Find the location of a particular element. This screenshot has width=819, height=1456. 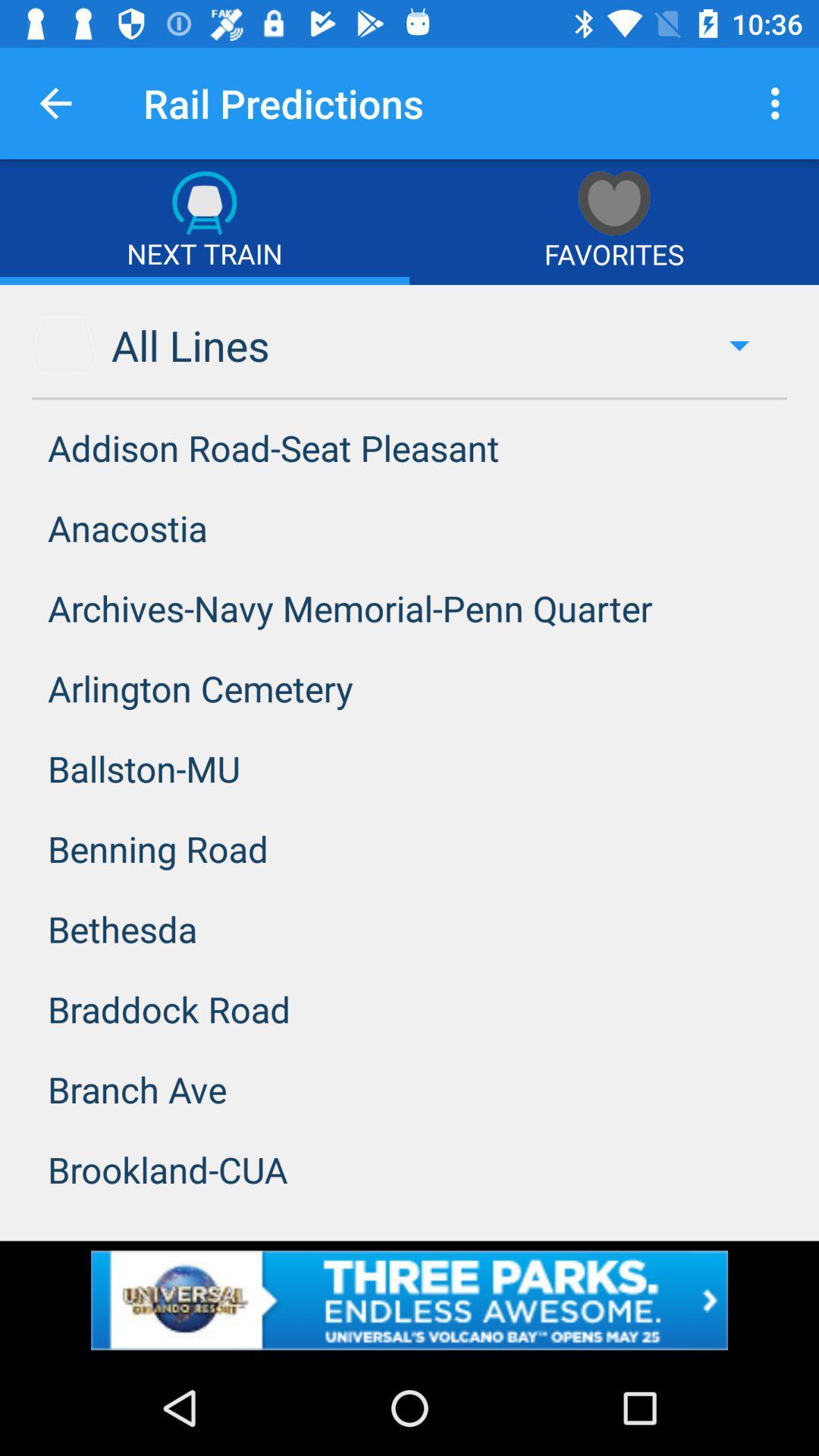

advertisement page is located at coordinates (409, 1299).